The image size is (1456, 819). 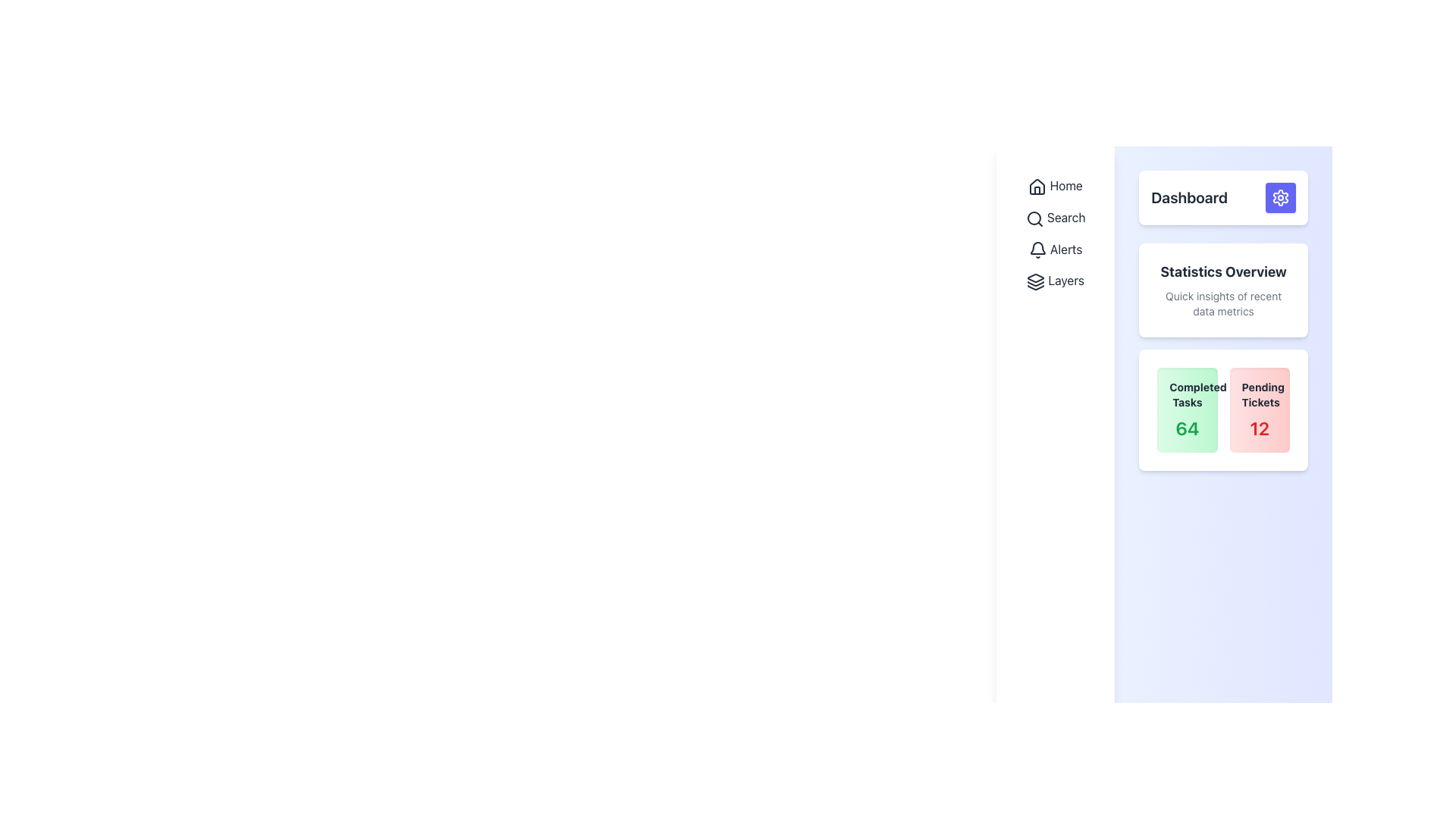 What do you see at coordinates (1037, 249) in the screenshot?
I see `the bell icon located in the navigation panel on the left-hand side, which provides access to alert or notification-related features` at bounding box center [1037, 249].